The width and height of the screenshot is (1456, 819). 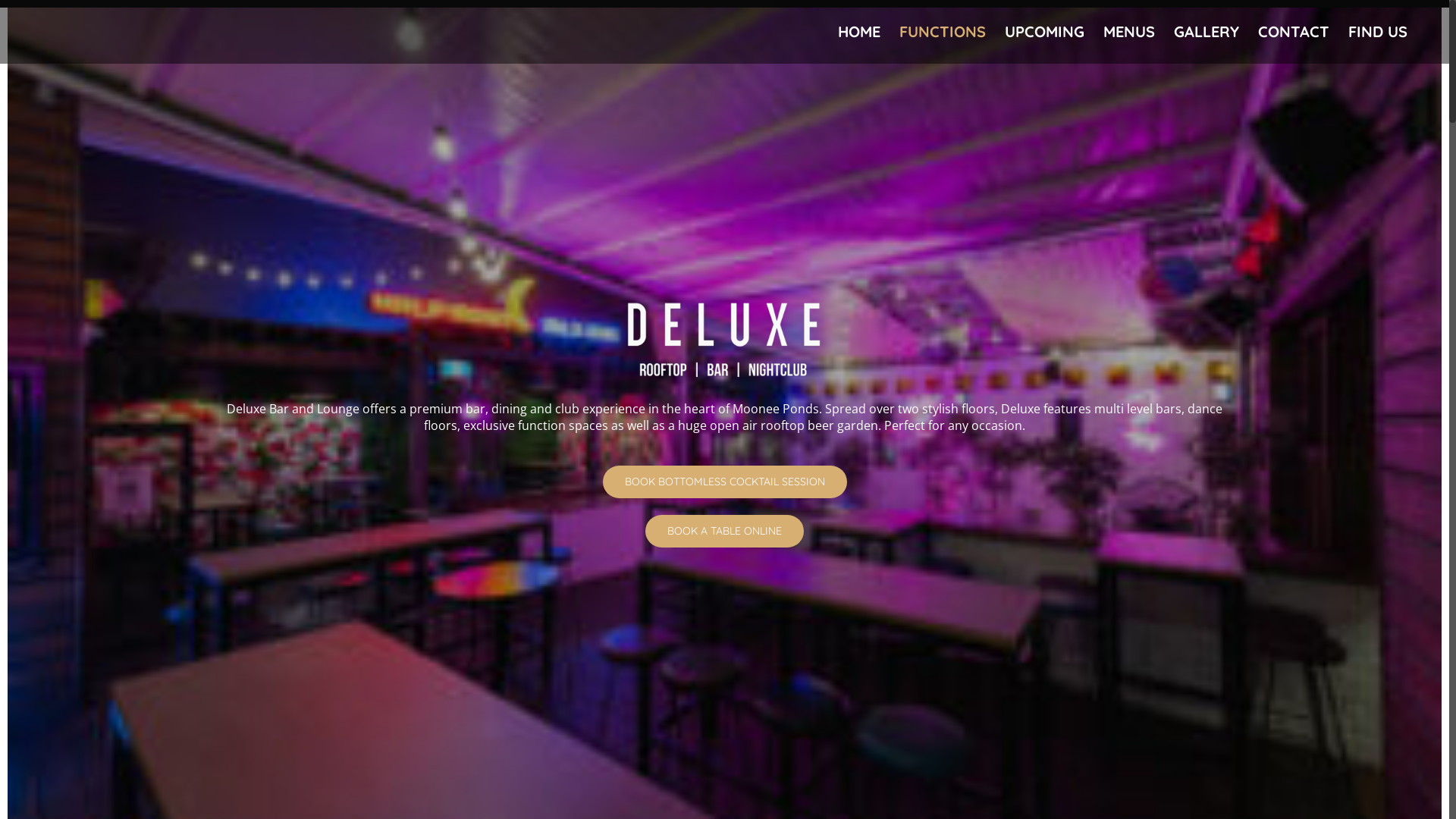 What do you see at coordinates (1348, 32) in the screenshot?
I see `'FIND US'` at bounding box center [1348, 32].